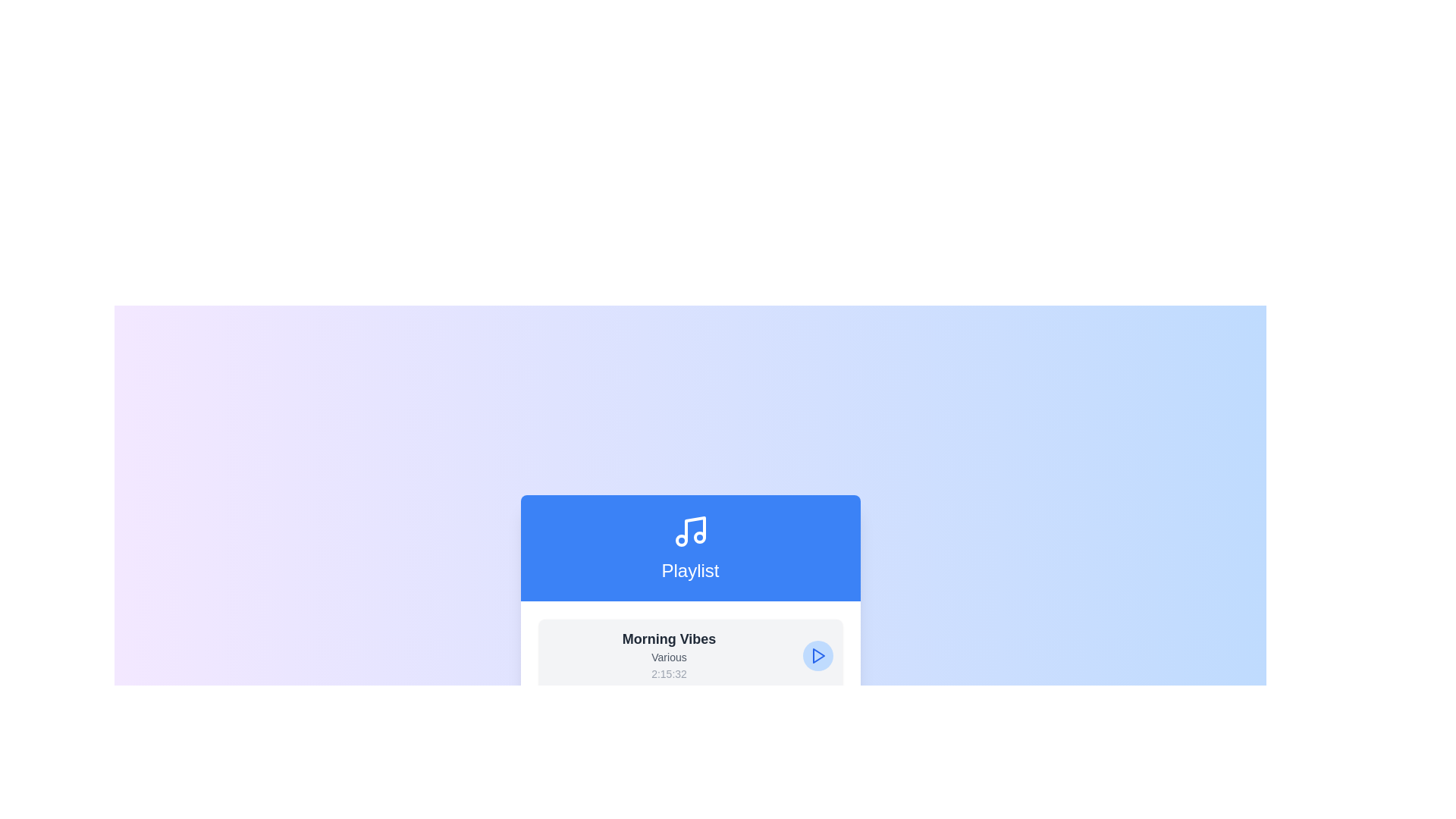  Describe the element at coordinates (694, 529) in the screenshot. I see `the central line of the musical note icon within the blue header area, which is slightly above the text 'Playlist'` at that location.